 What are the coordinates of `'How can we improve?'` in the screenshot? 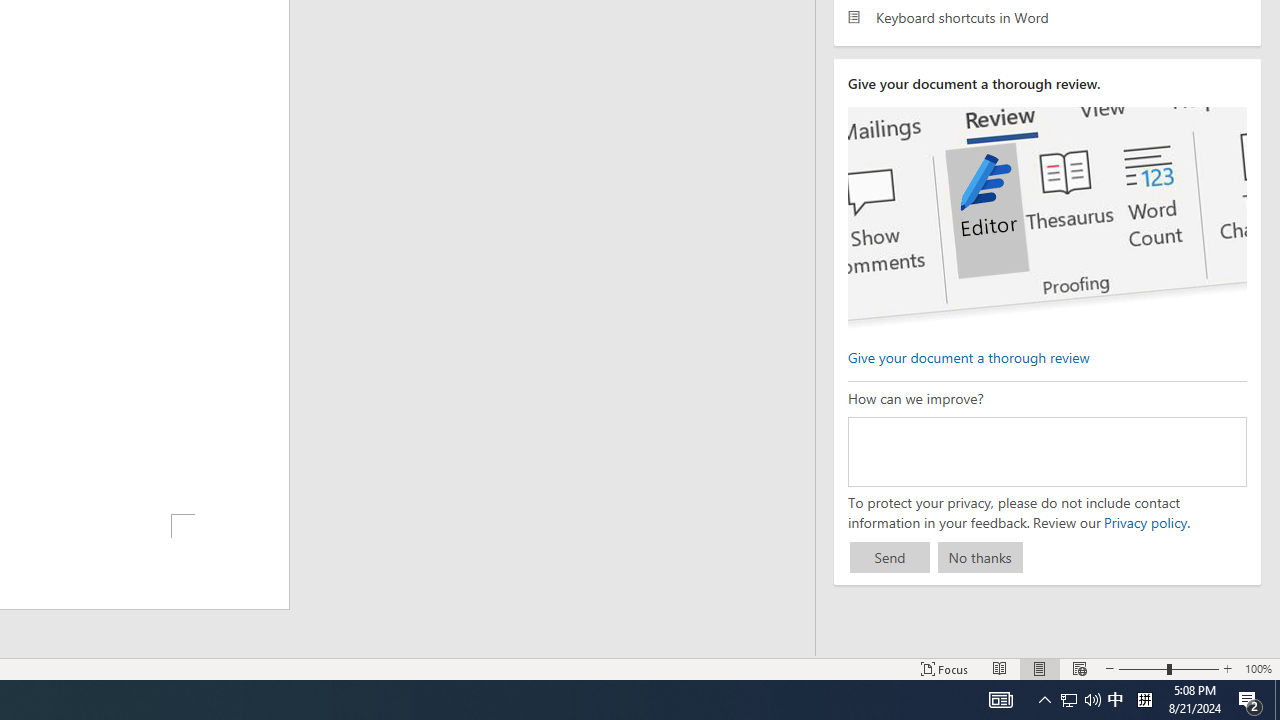 It's located at (1046, 451).